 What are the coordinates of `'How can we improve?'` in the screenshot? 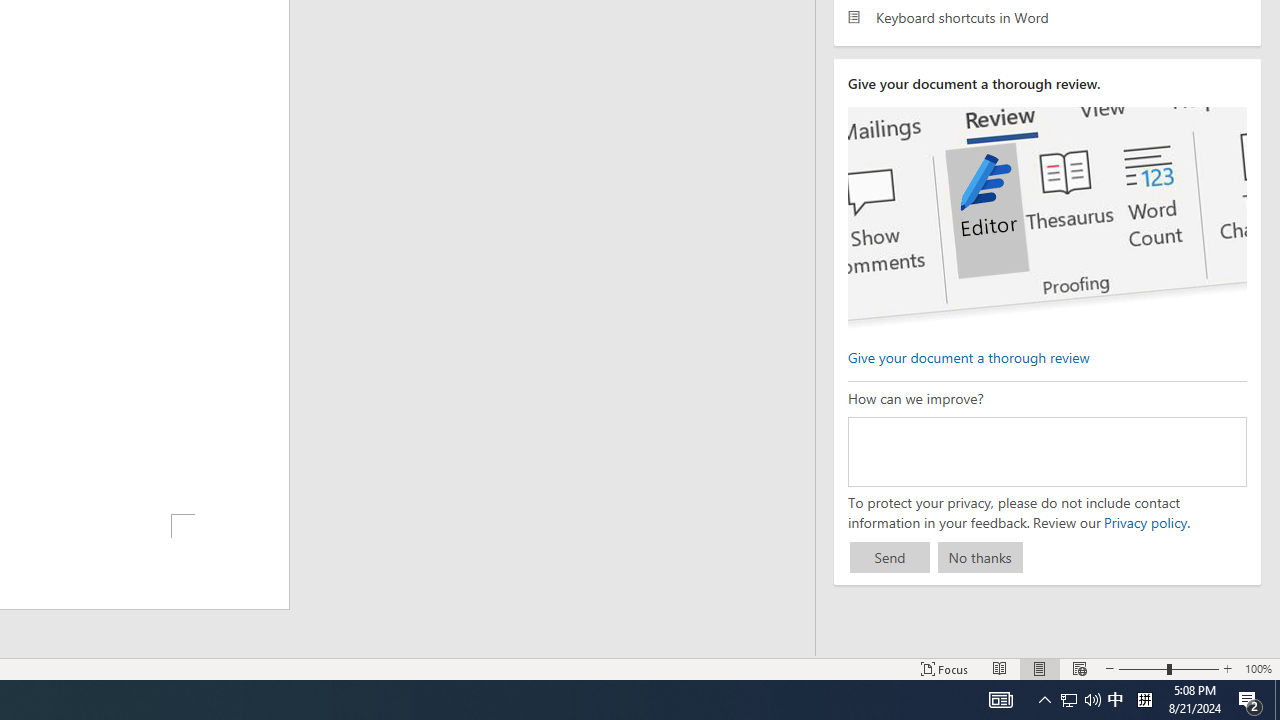 It's located at (1046, 451).